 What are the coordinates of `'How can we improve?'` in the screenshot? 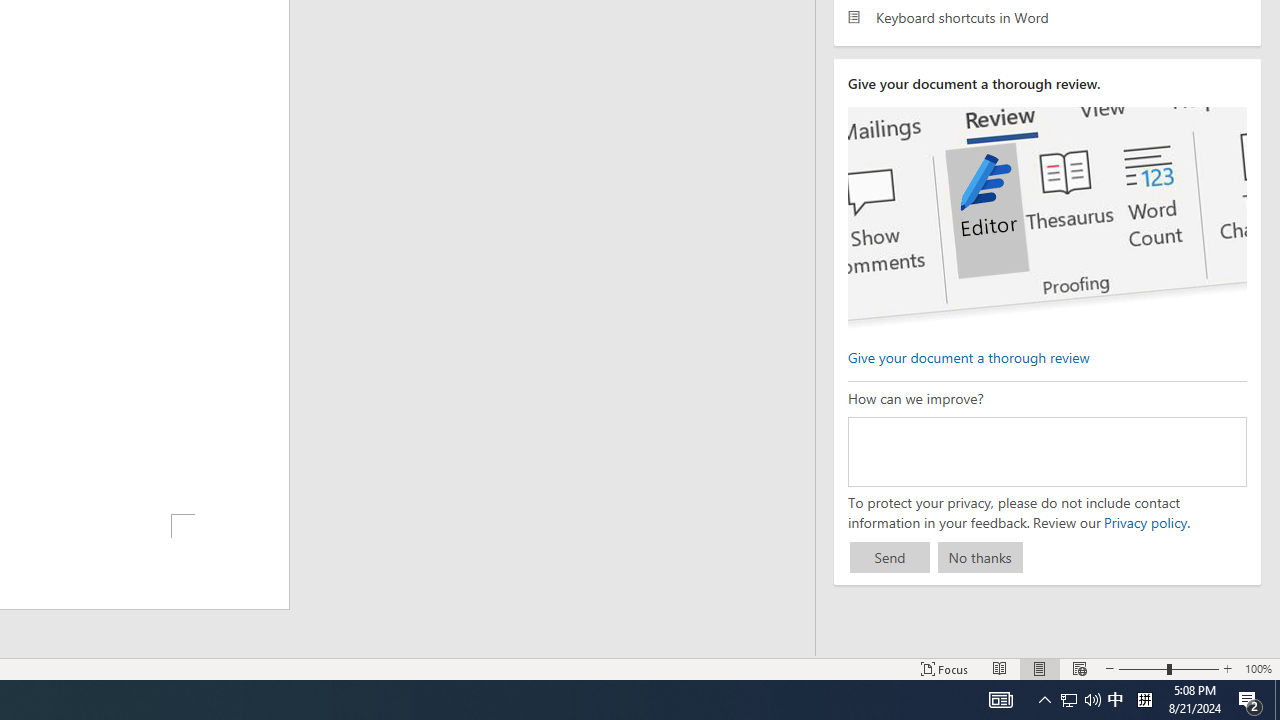 It's located at (1046, 451).